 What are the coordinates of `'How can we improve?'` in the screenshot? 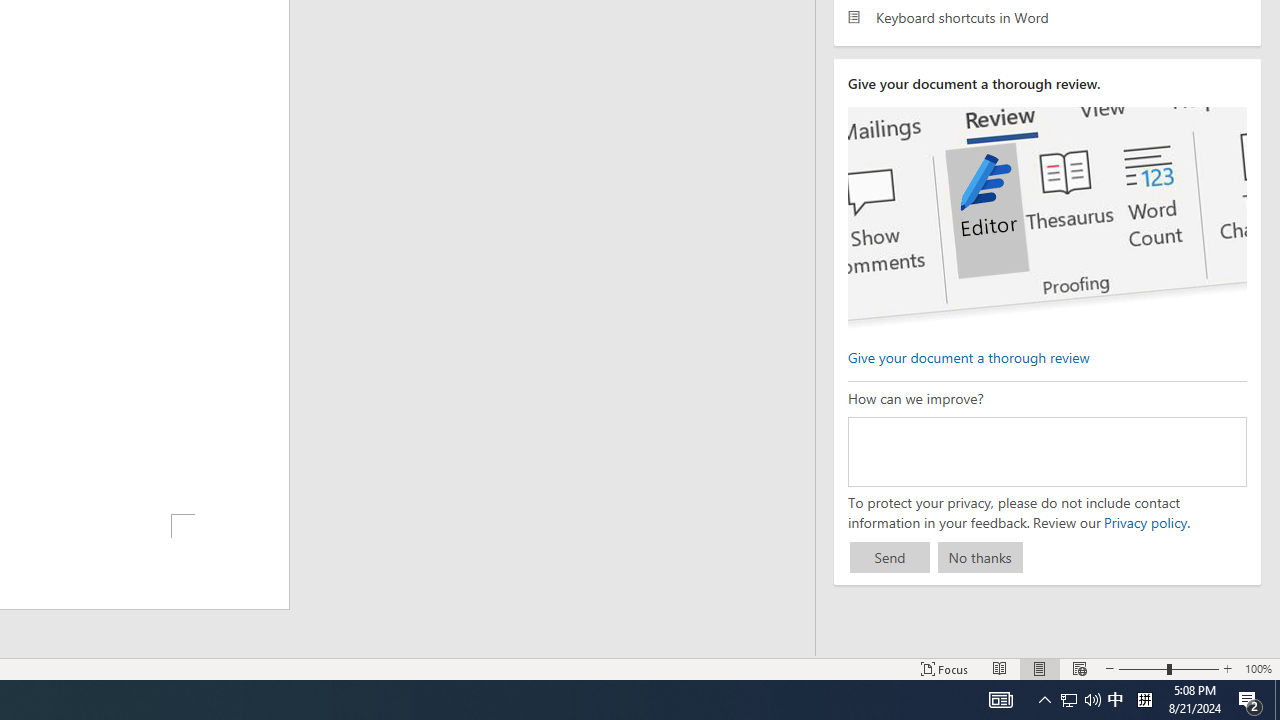 It's located at (1046, 451).